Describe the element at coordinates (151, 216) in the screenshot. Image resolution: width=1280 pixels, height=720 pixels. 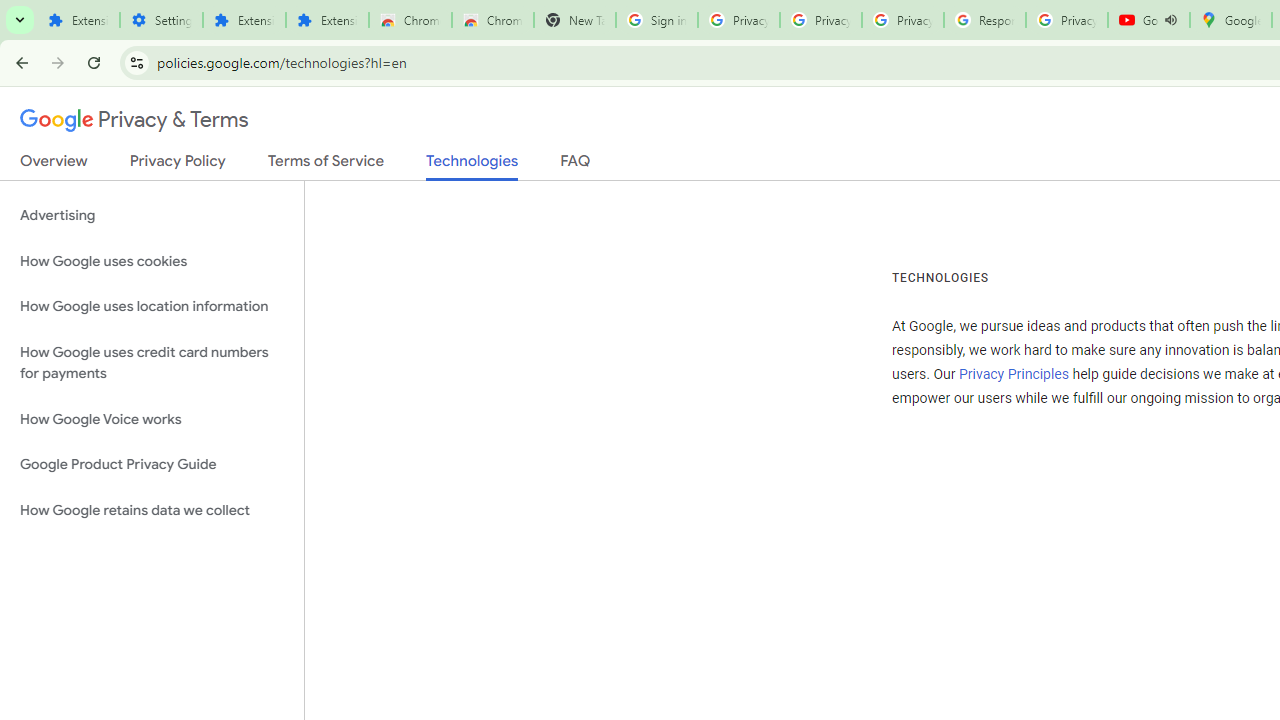
I see `'Advertising'` at that location.